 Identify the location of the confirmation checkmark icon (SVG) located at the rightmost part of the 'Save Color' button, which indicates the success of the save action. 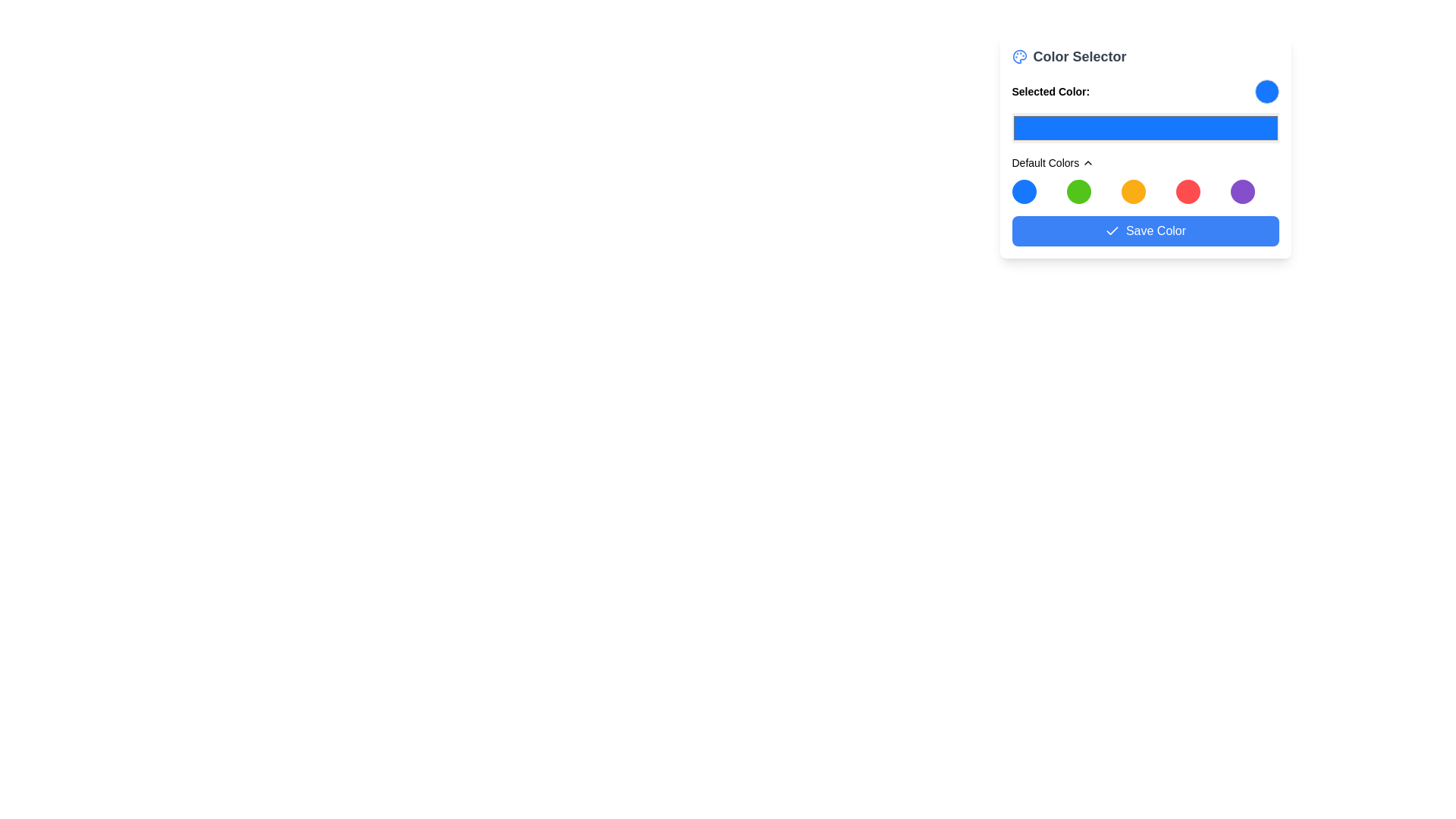
(1112, 231).